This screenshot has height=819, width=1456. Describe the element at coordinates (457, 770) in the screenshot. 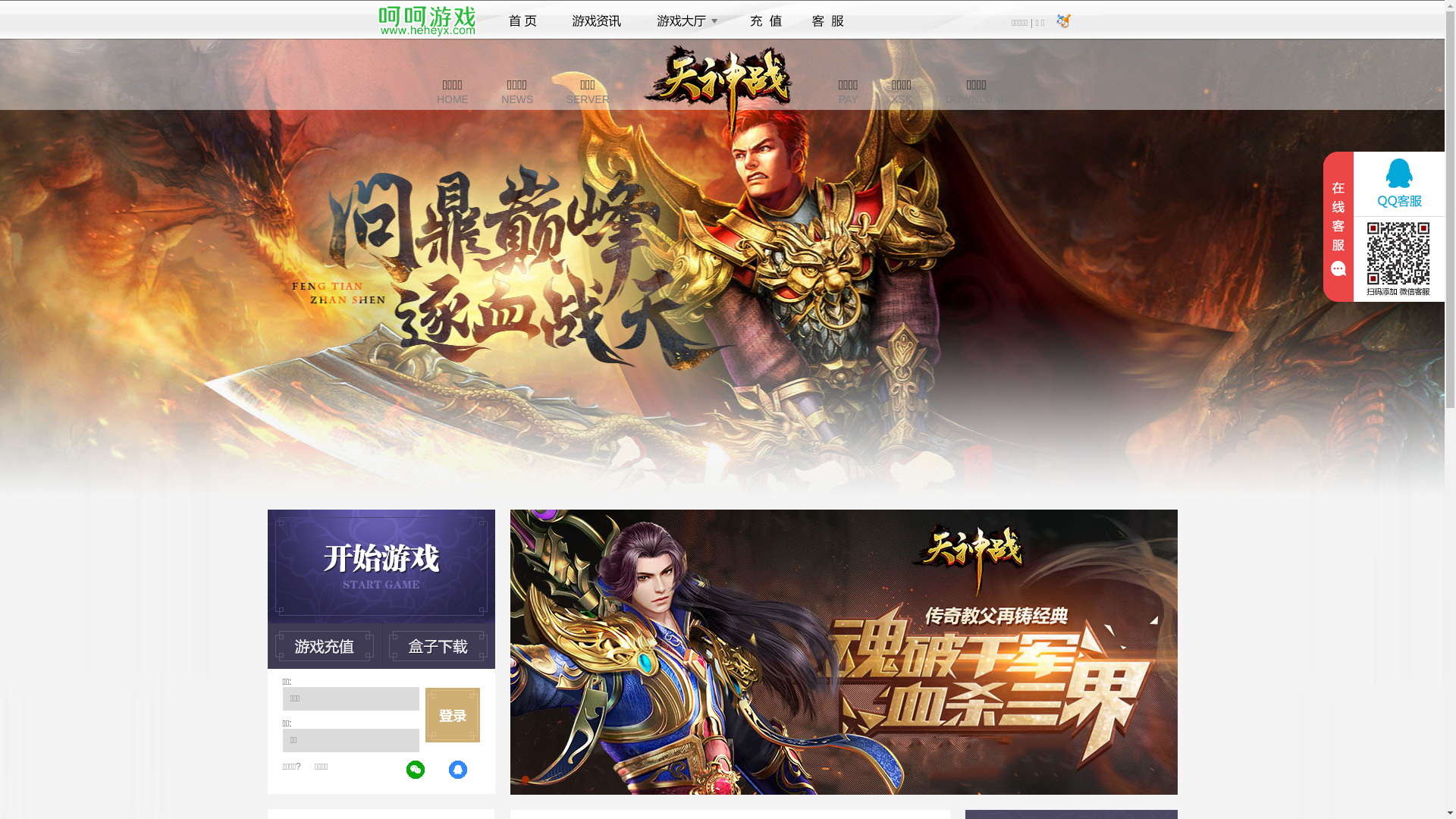

I see `'QQ'` at that location.